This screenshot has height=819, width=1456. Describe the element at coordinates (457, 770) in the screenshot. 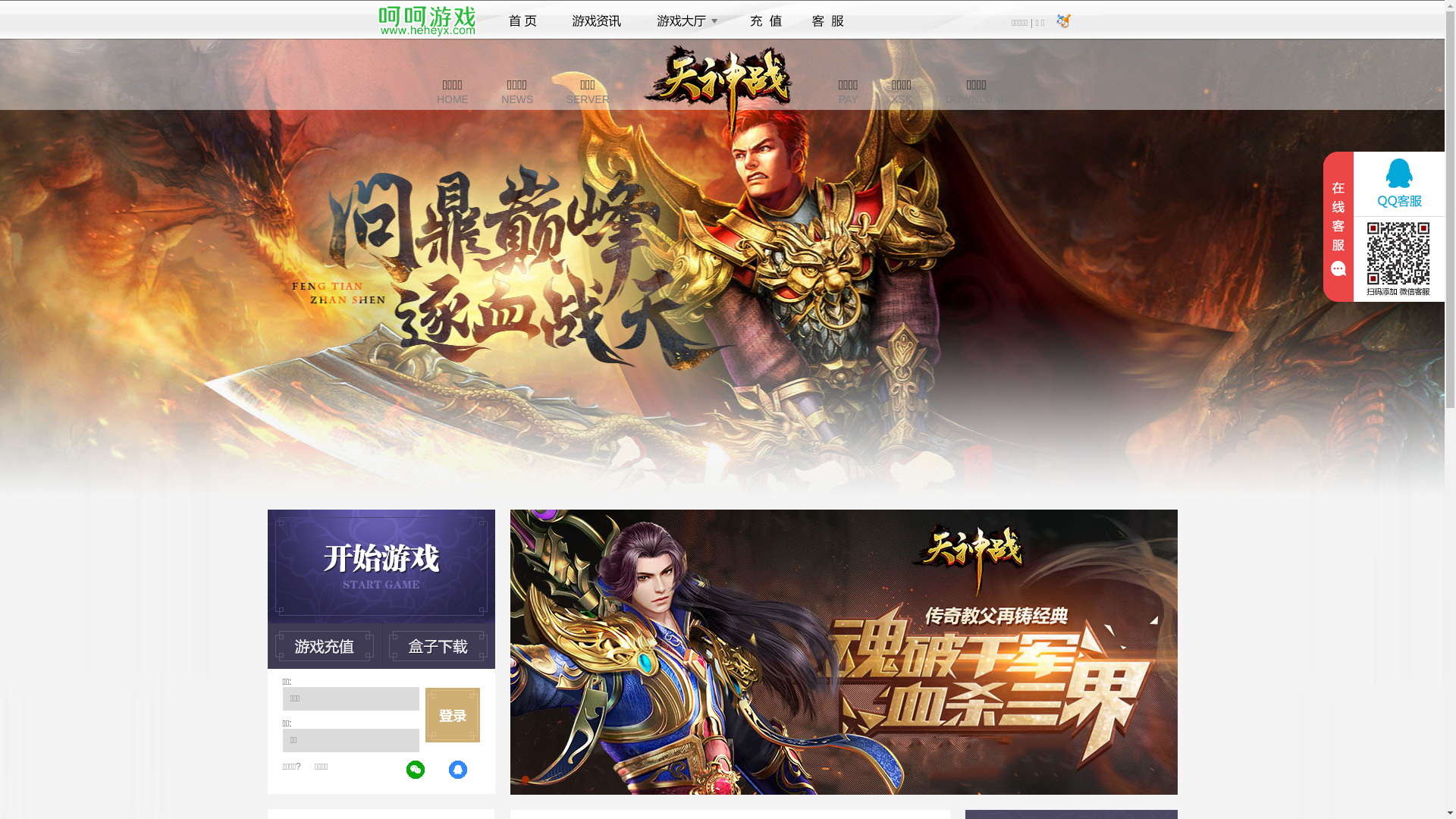

I see `'QQ'` at that location.